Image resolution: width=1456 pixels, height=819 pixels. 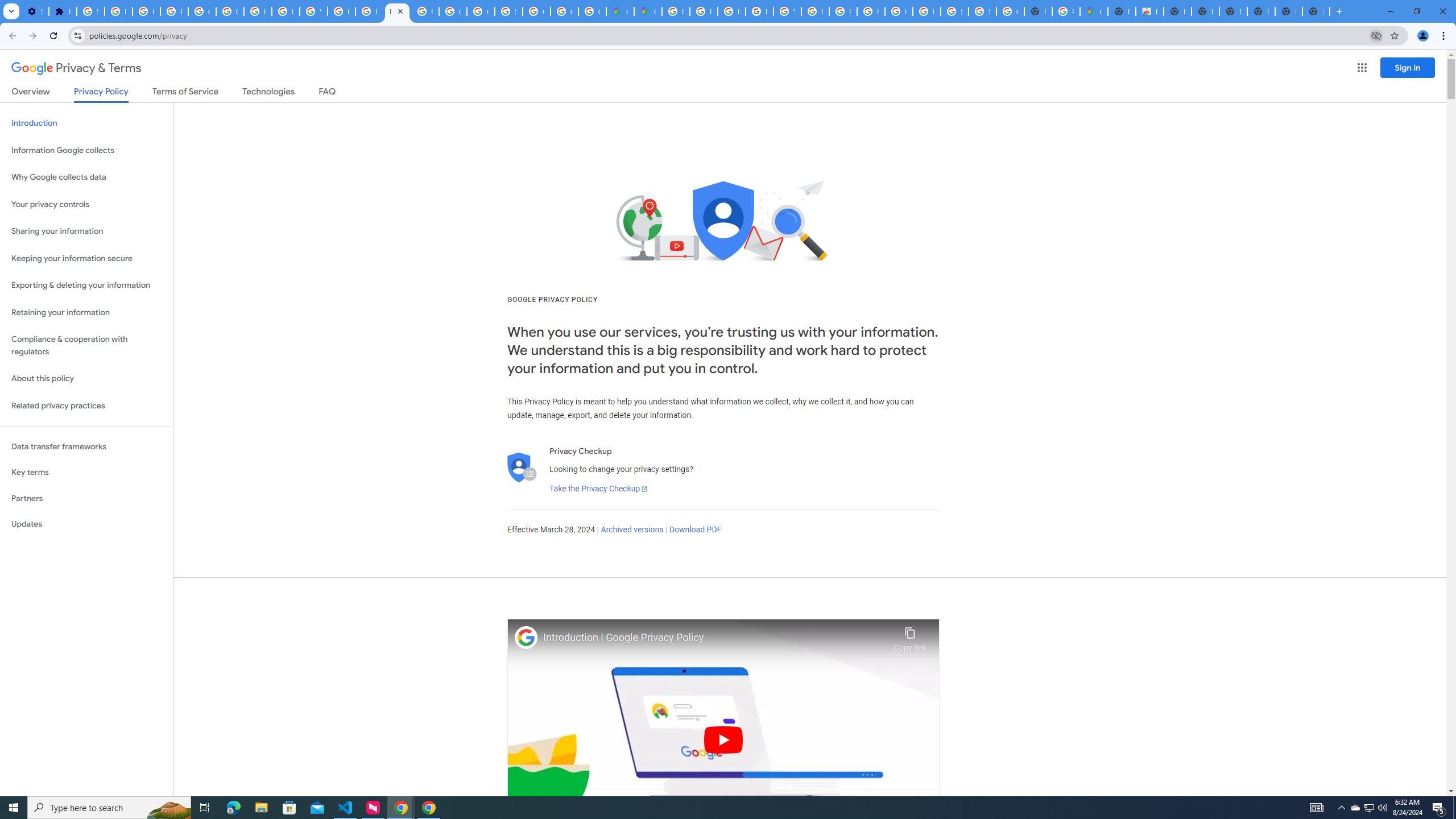 I want to click on 'Extensions', so click(x=63, y=11).